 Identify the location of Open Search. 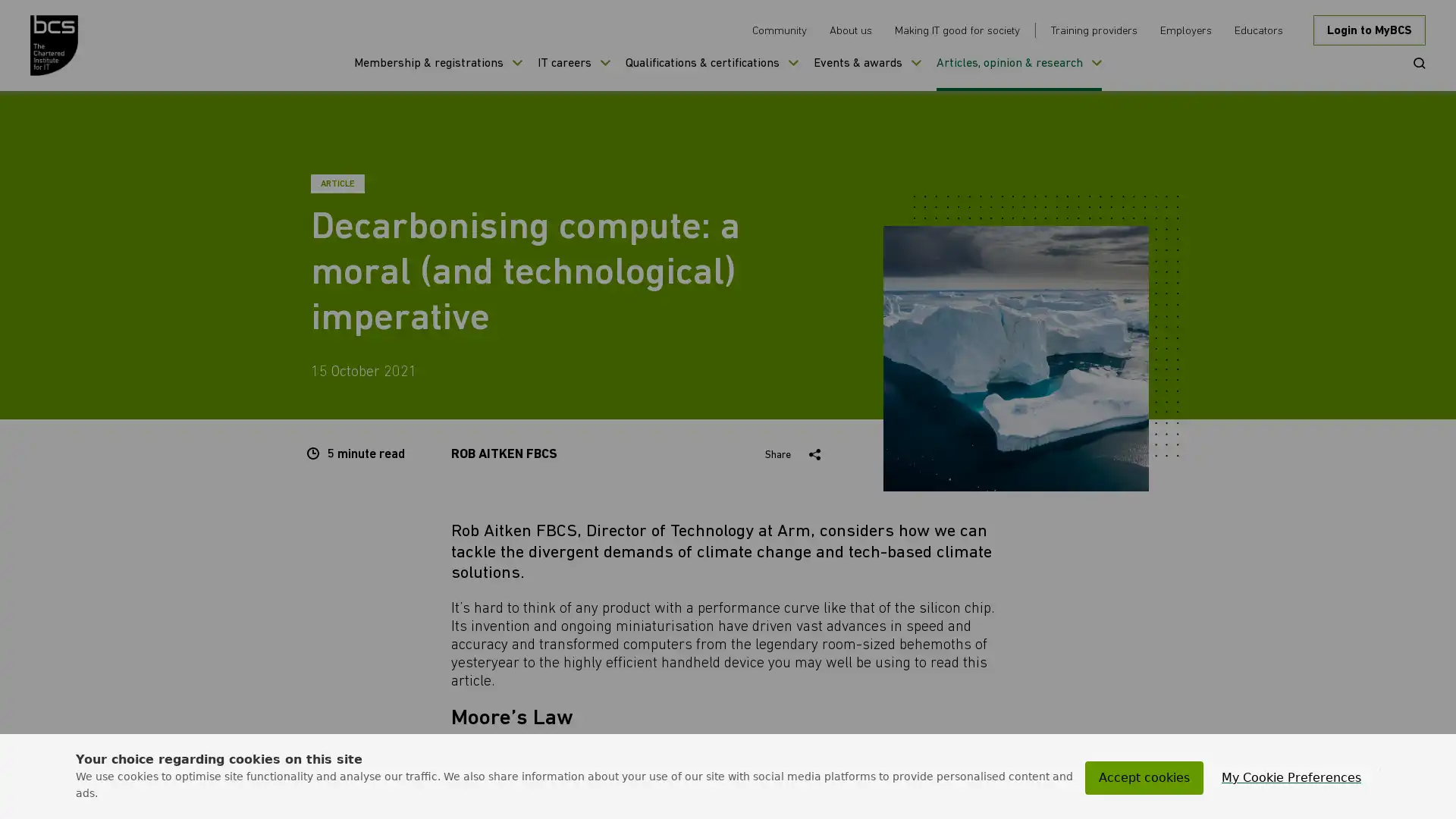
(1414, 61).